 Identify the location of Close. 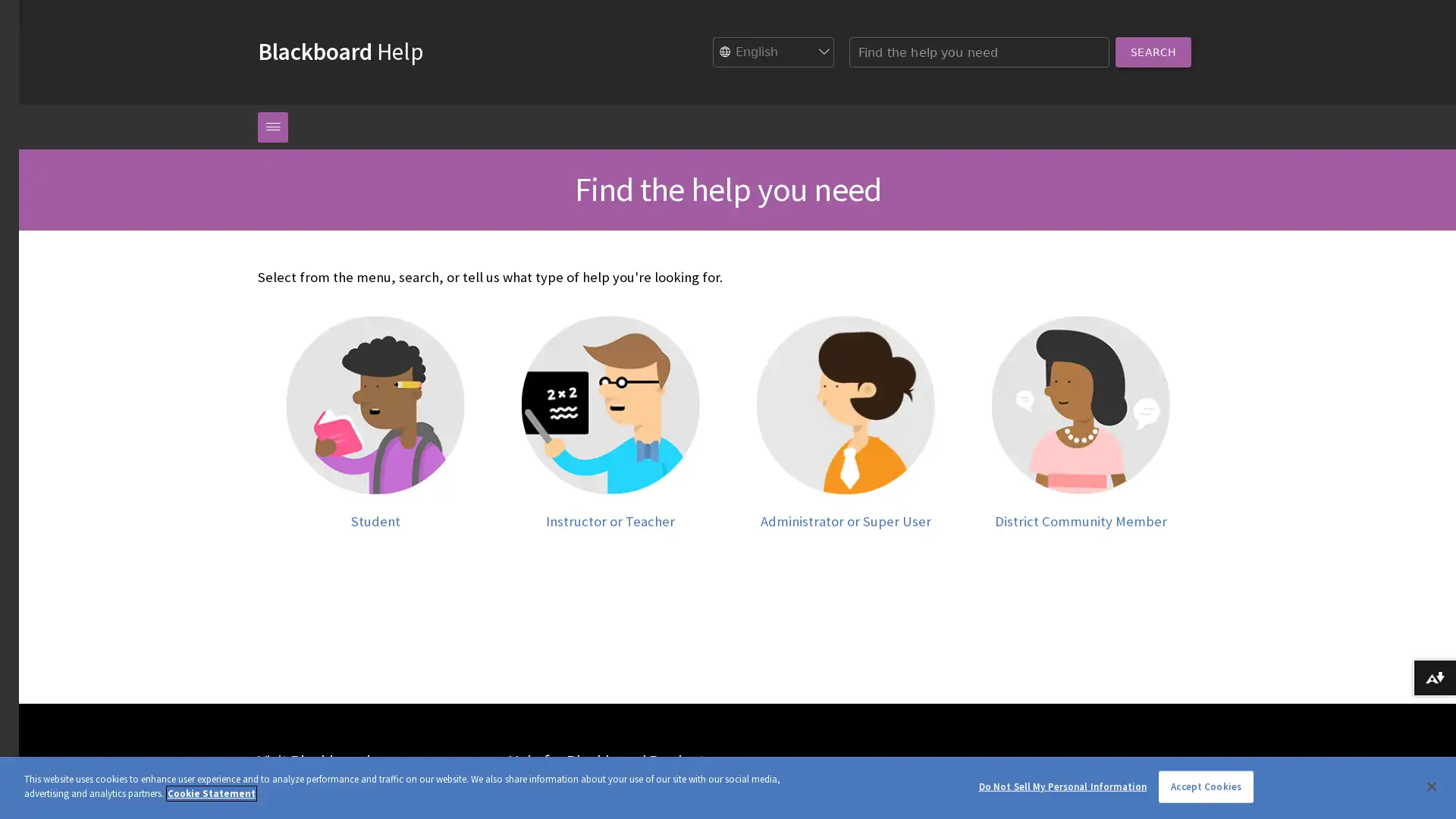
(1430, 785).